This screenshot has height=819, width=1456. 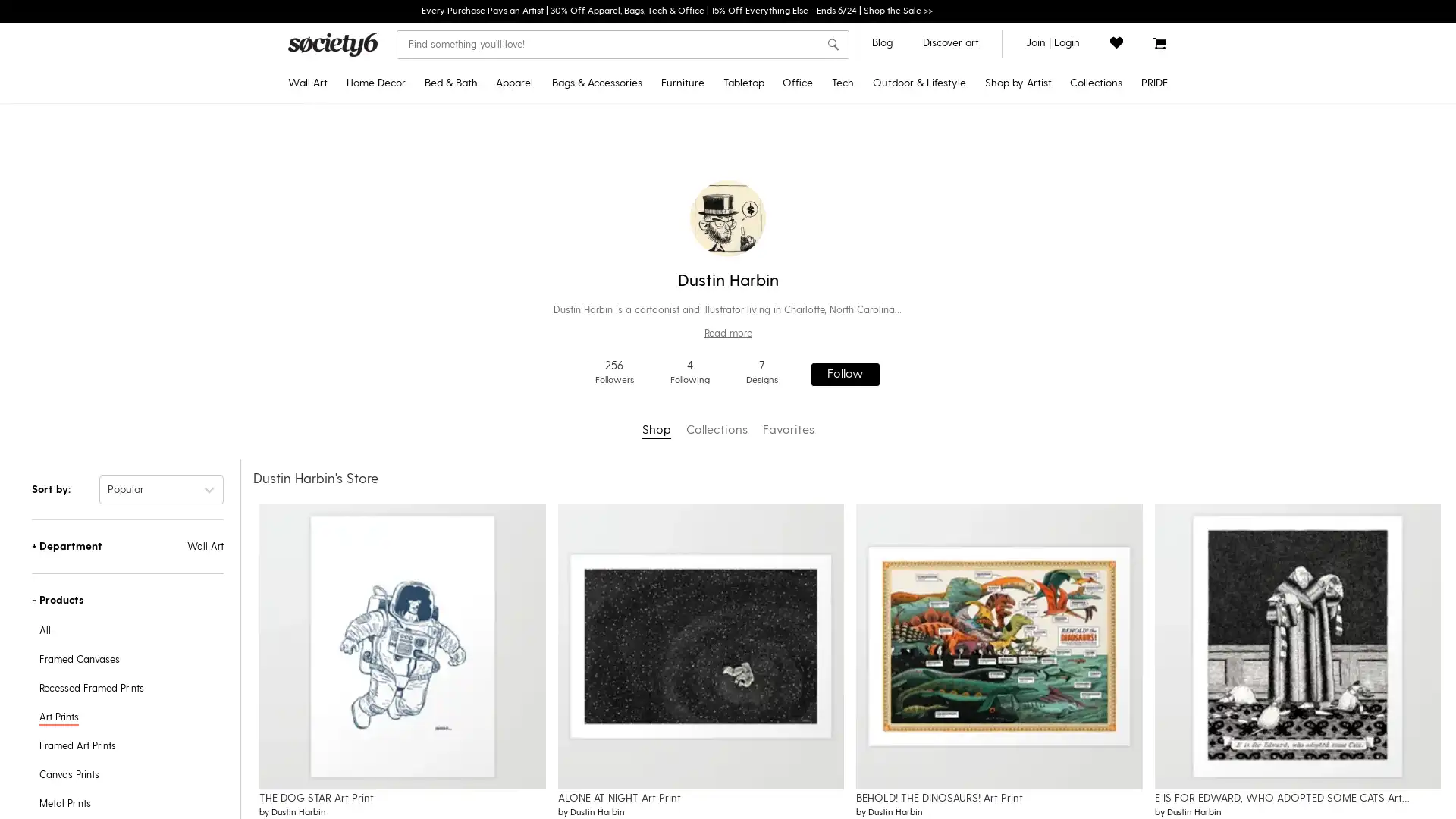 I want to click on Wine Chillers, so click(x=939, y=293).